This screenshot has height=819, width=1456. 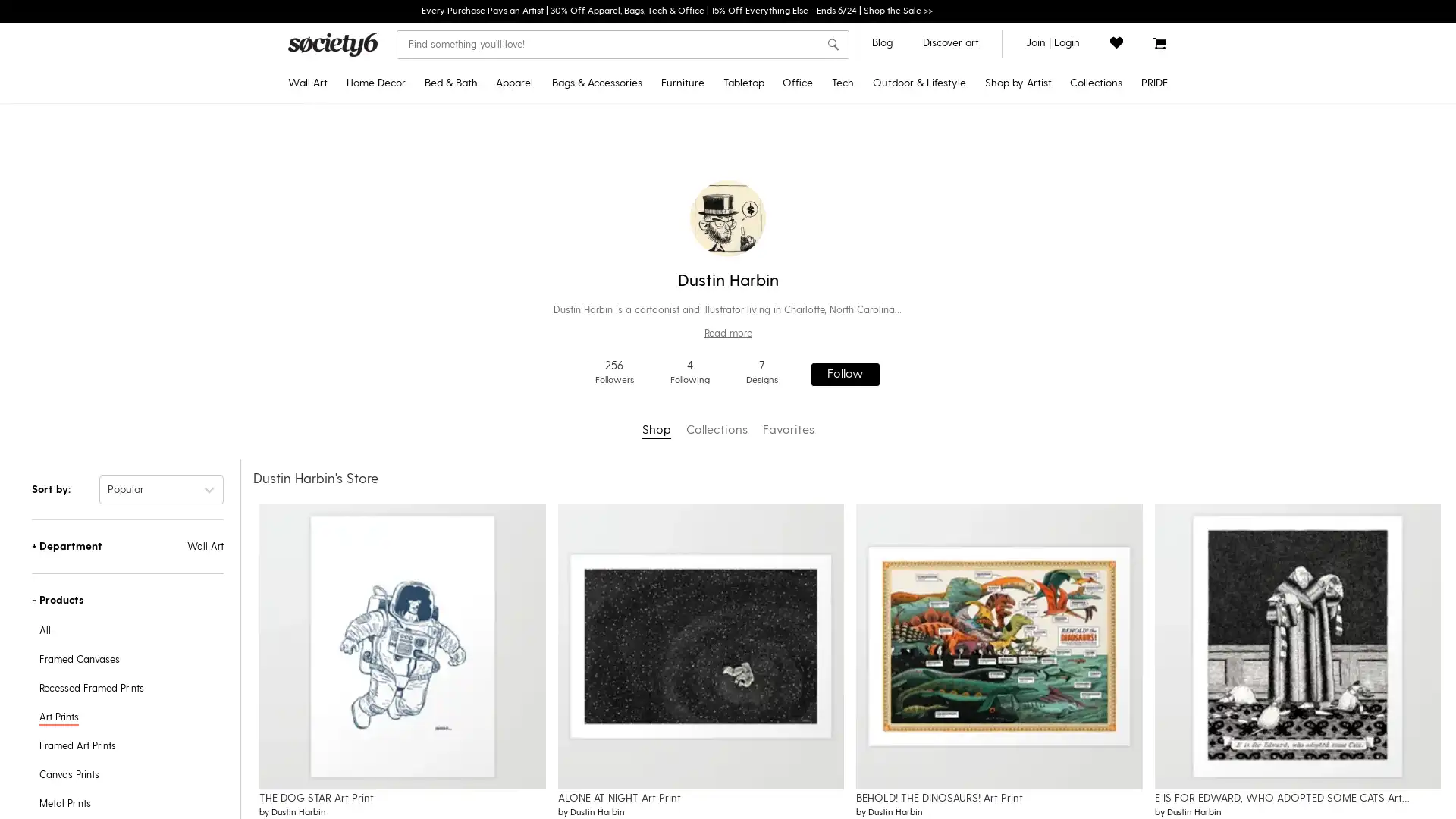 I want to click on Wine Chillers, so click(x=939, y=293).